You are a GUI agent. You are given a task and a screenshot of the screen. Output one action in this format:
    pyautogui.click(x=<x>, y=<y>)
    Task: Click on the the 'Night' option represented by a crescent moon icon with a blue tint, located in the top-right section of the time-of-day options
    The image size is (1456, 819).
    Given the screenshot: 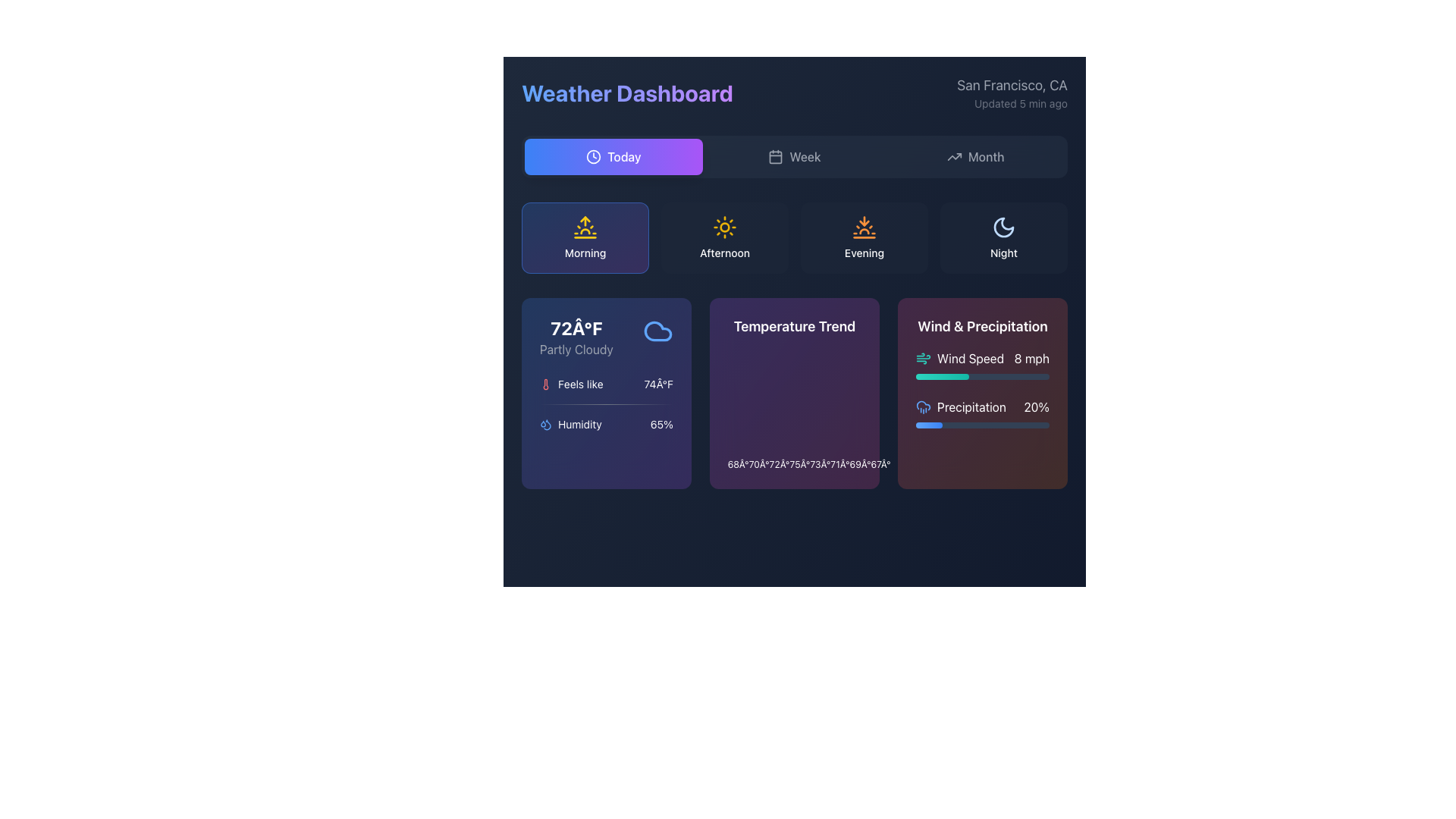 What is the action you would take?
    pyautogui.click(x=1004, y=237)
    